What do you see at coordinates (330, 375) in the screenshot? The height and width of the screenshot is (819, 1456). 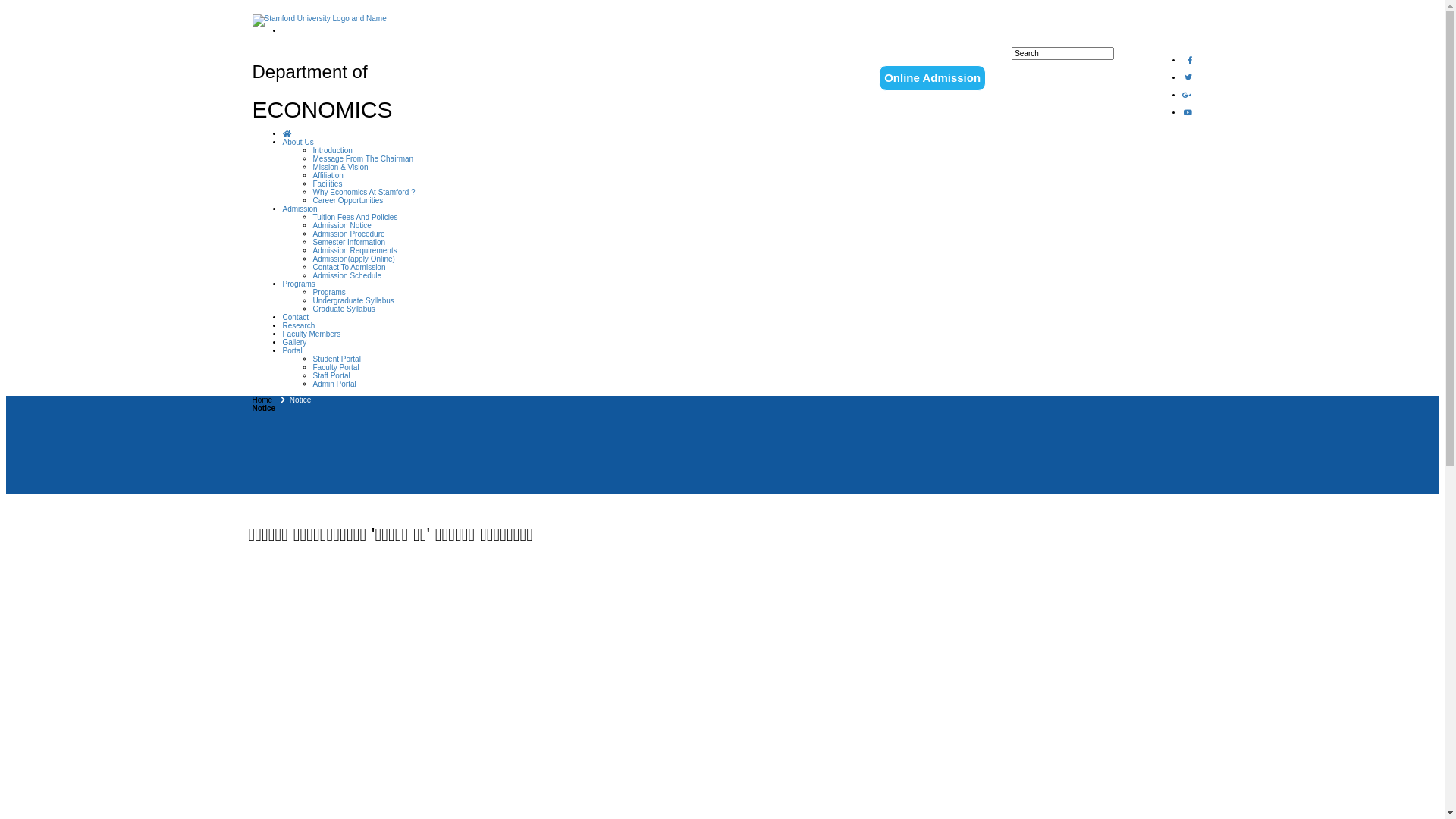 I see `'Staff Portal'` at bounding box center [330, 375].